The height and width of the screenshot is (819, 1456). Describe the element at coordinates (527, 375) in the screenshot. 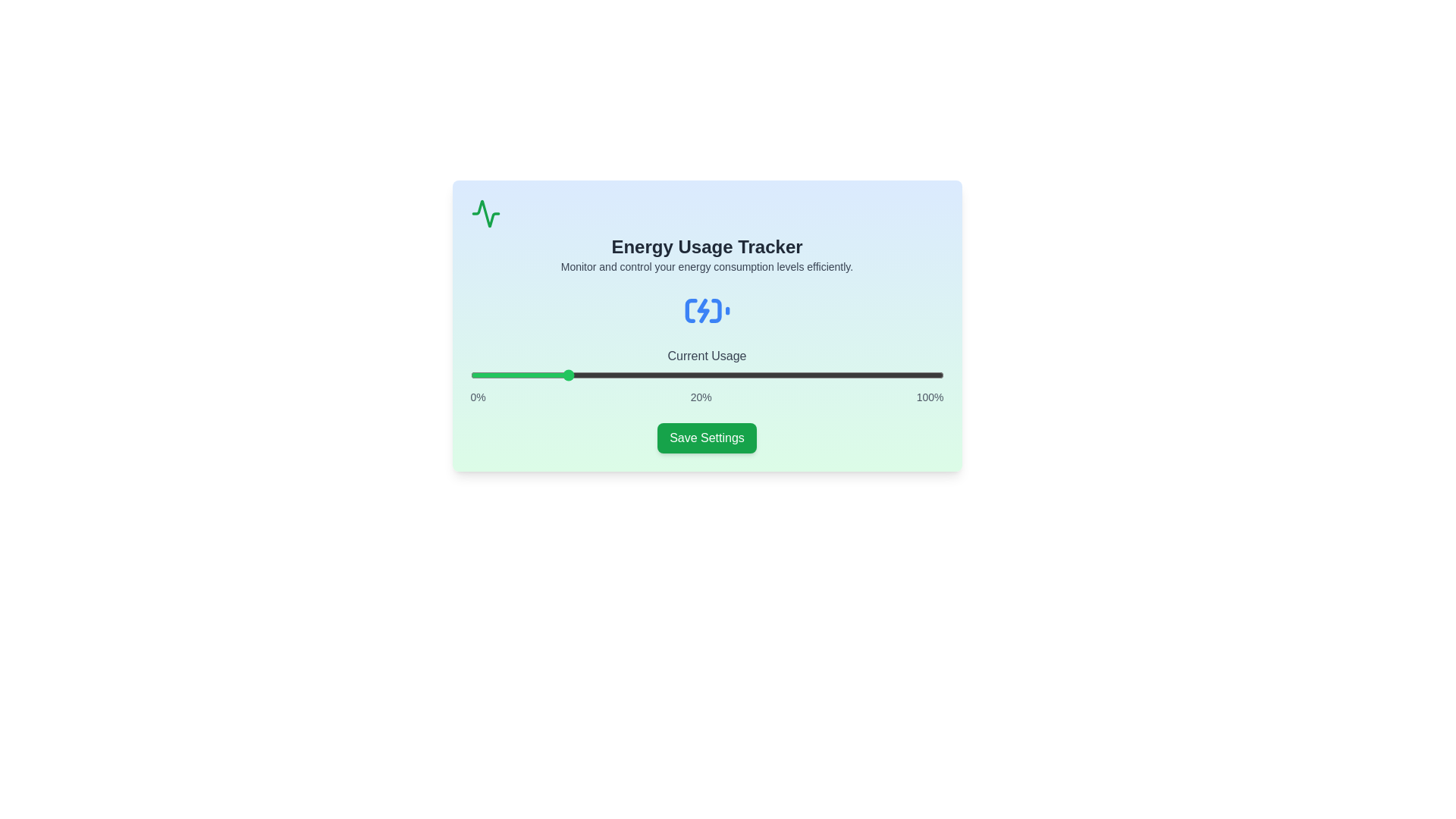

I see `the energy usage slider to 12%` at that location.